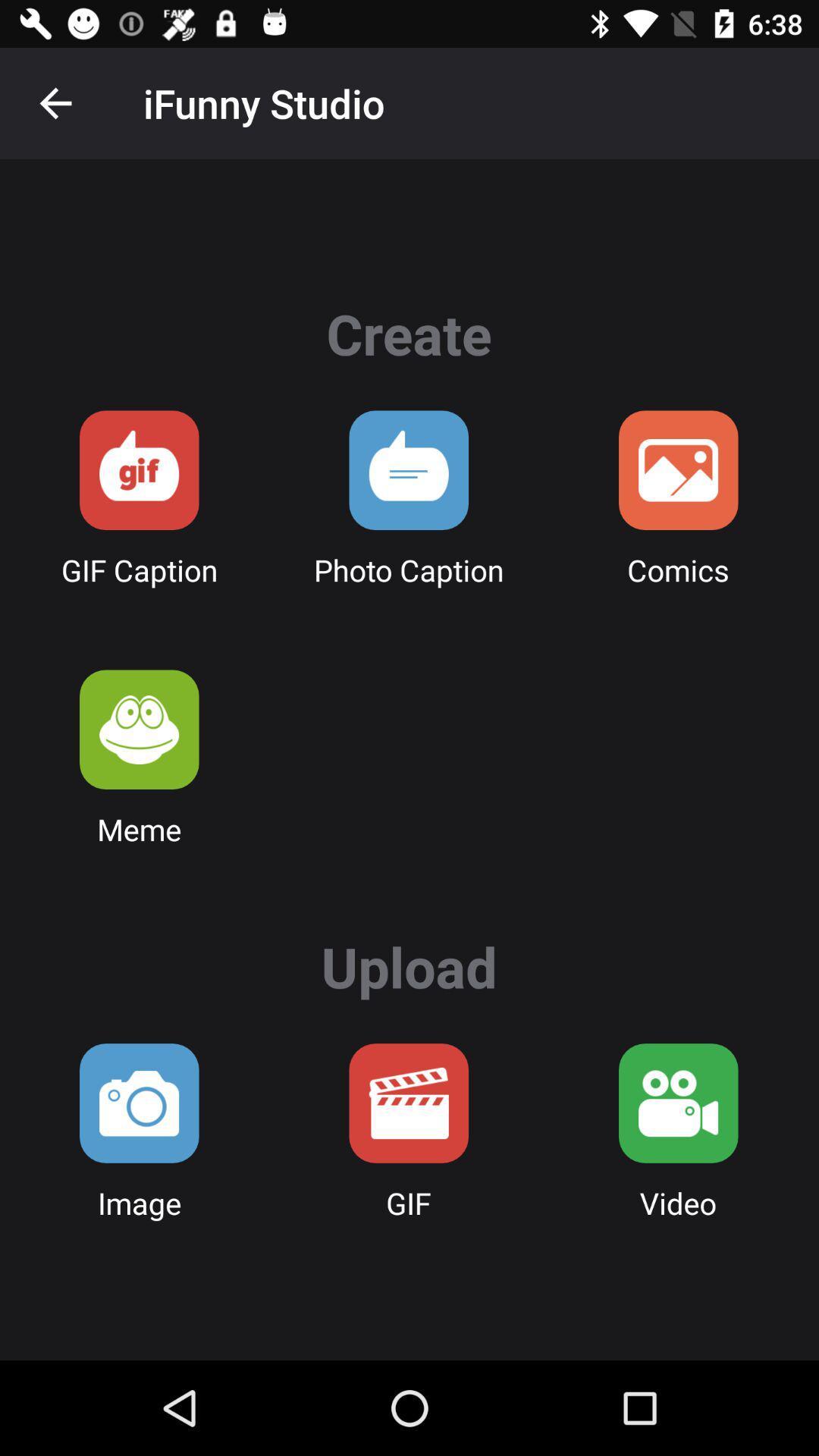 This screenshot has height=1456, width=819. Describe the element at coordinates (139, 469) in the screenshot. I see `the chat icon` at that location.